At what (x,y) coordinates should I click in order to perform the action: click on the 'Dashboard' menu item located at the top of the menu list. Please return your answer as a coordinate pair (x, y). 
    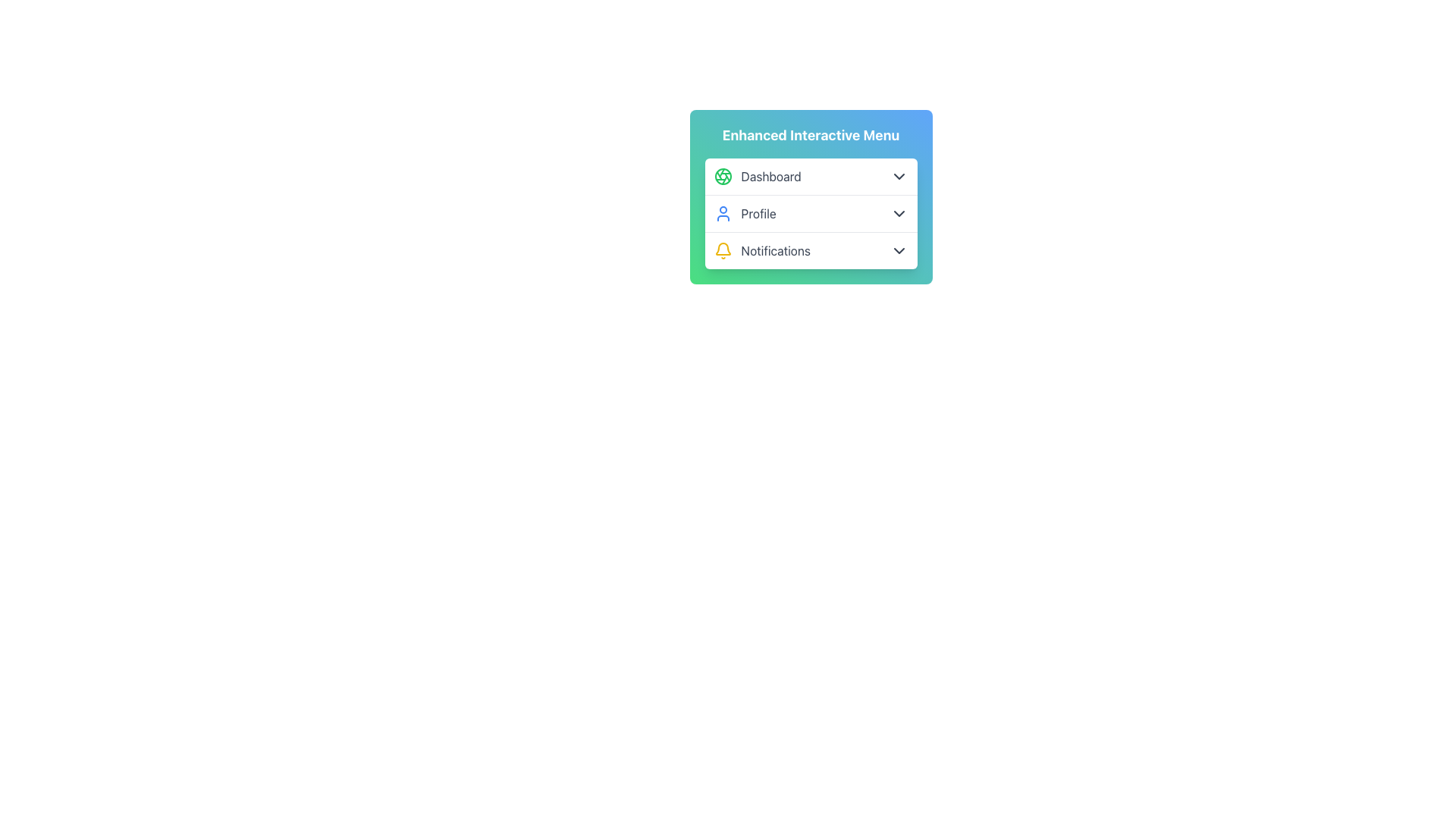
    Looking at the image, I should click on (810, 175).